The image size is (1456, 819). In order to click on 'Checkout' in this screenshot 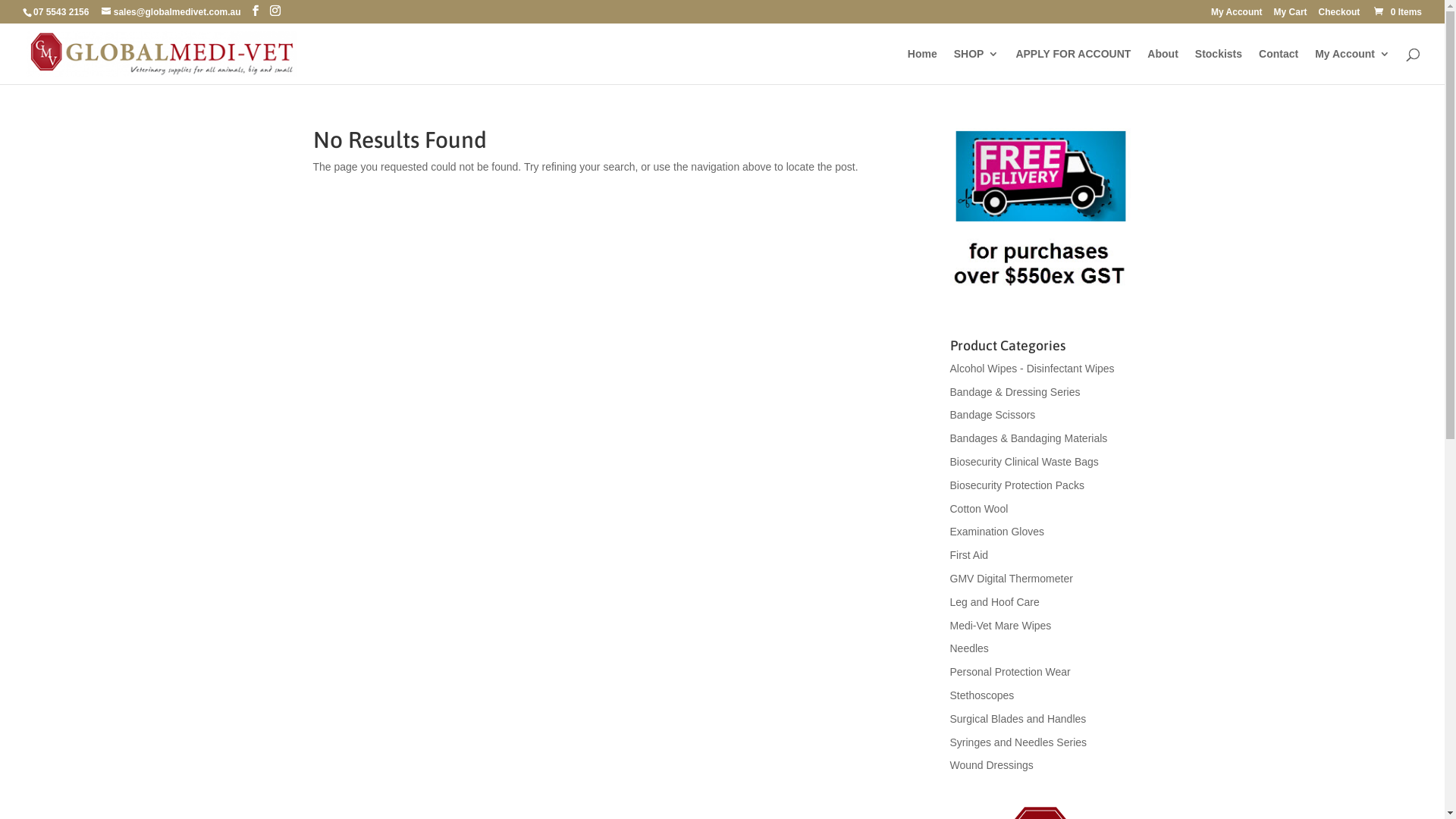, I will do `click(1339, 15)`.